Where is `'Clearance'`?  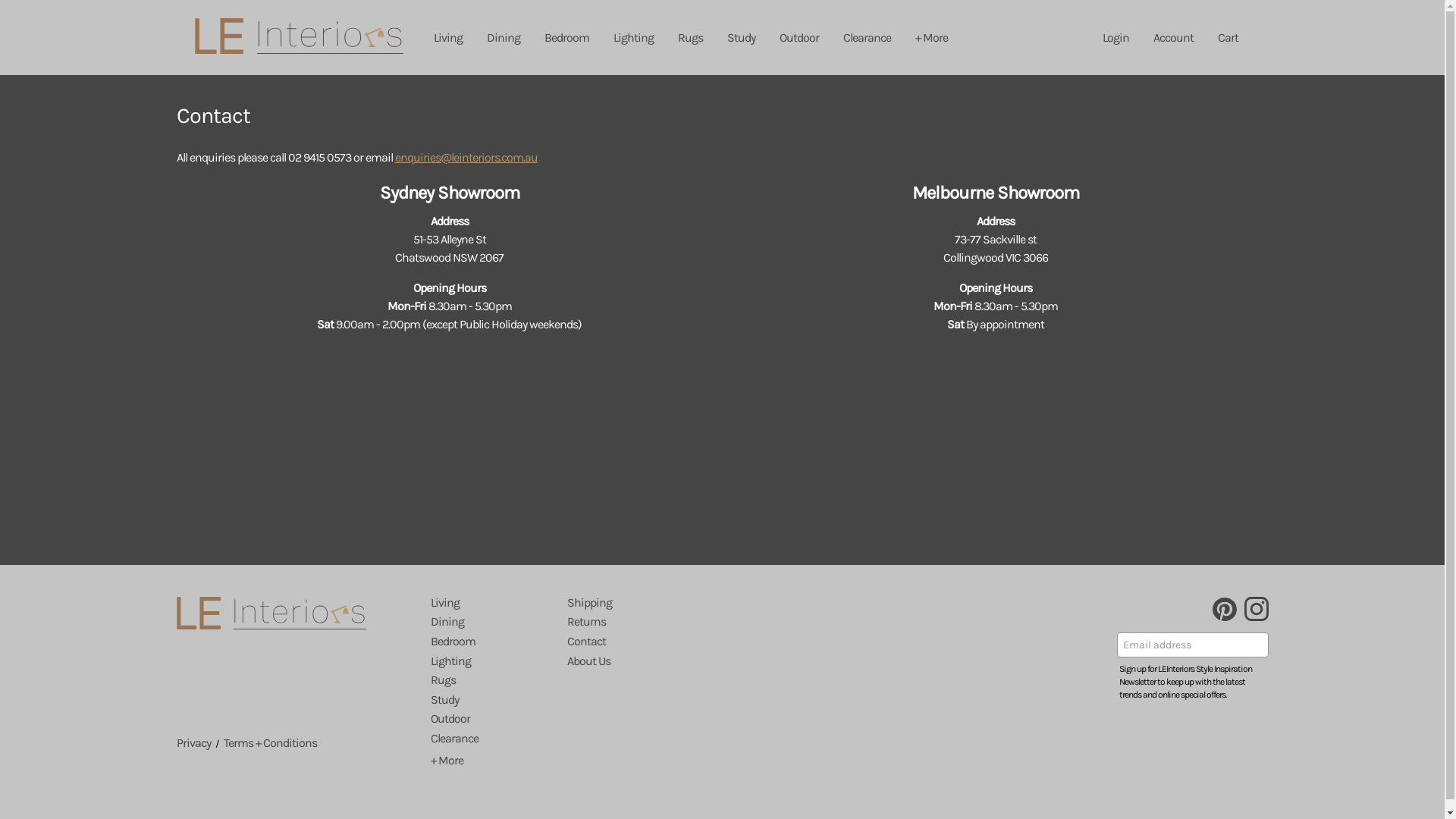 'Clearance' is located at coordinates (867, 36).